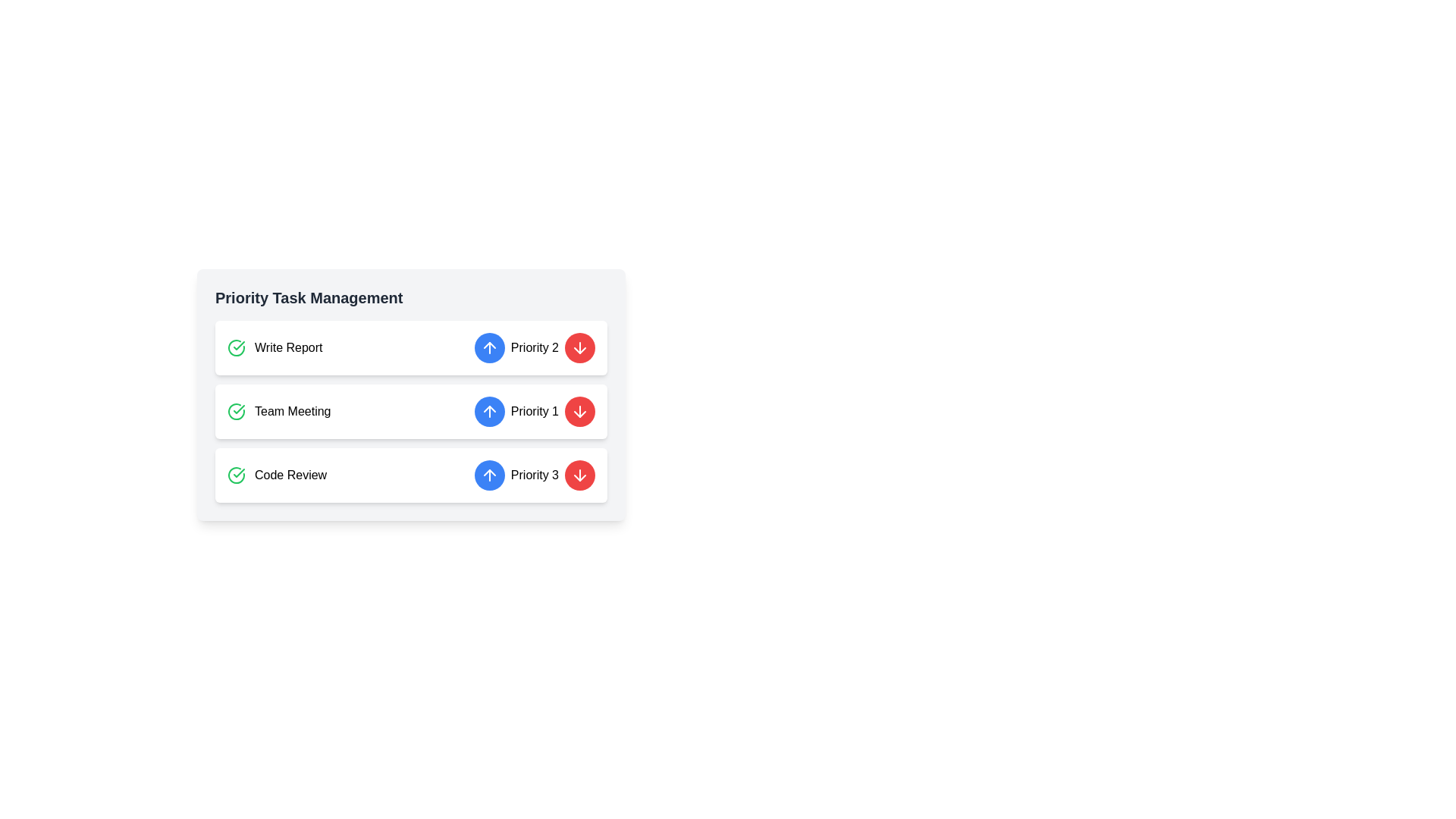  I want to click on the 'Team Meeting' label that indicates the task within the 'Priority Task Management' card, positioned between 'Write Report' and 'Code Review', so click(293, 412).